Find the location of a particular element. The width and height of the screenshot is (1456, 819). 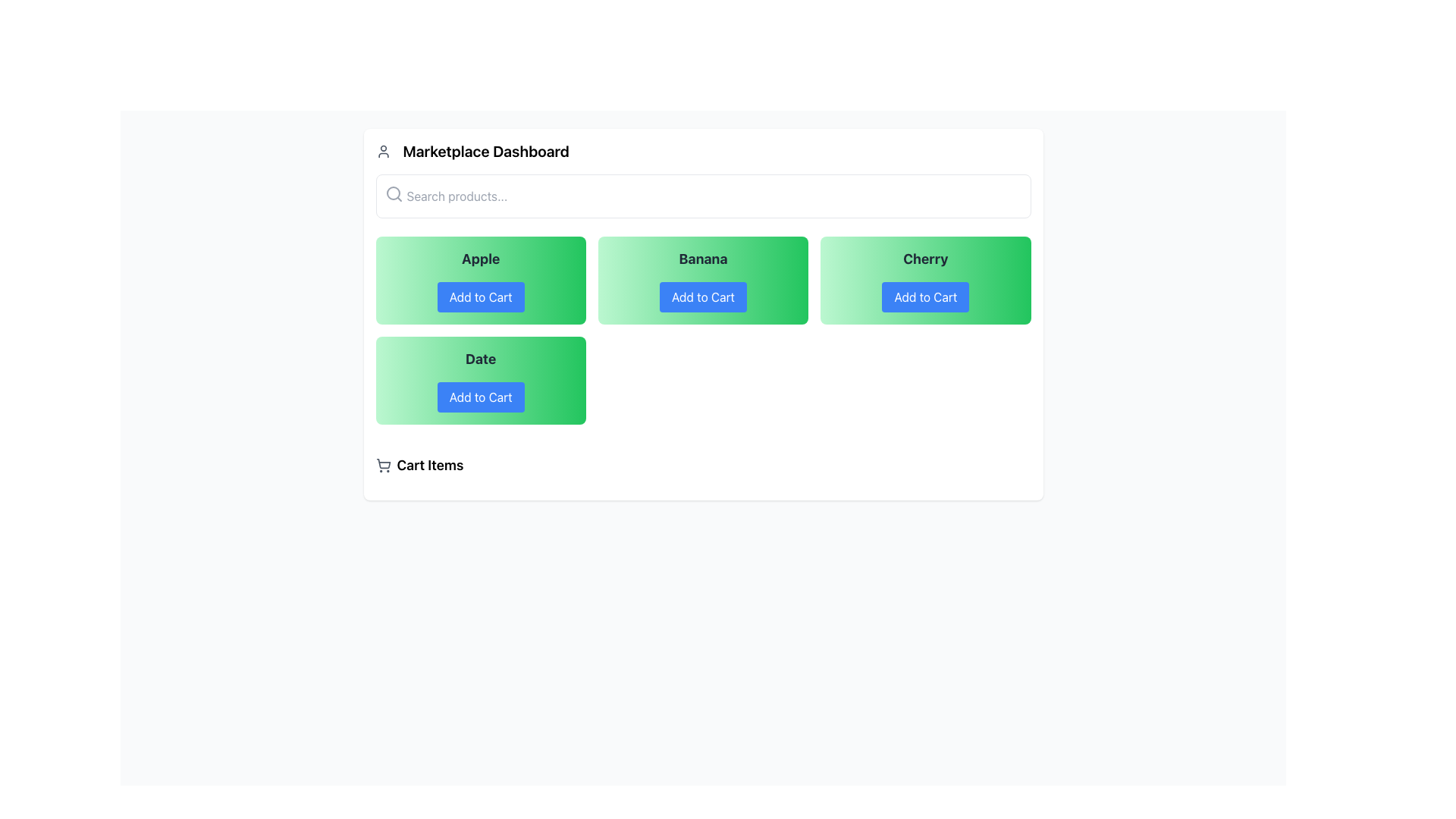

the 'Cart Items' Static Text Label, which is styled in bold black font and positioned near the bottom-left of the interface, indicating cart-related information is located at coordinates (429, 464).